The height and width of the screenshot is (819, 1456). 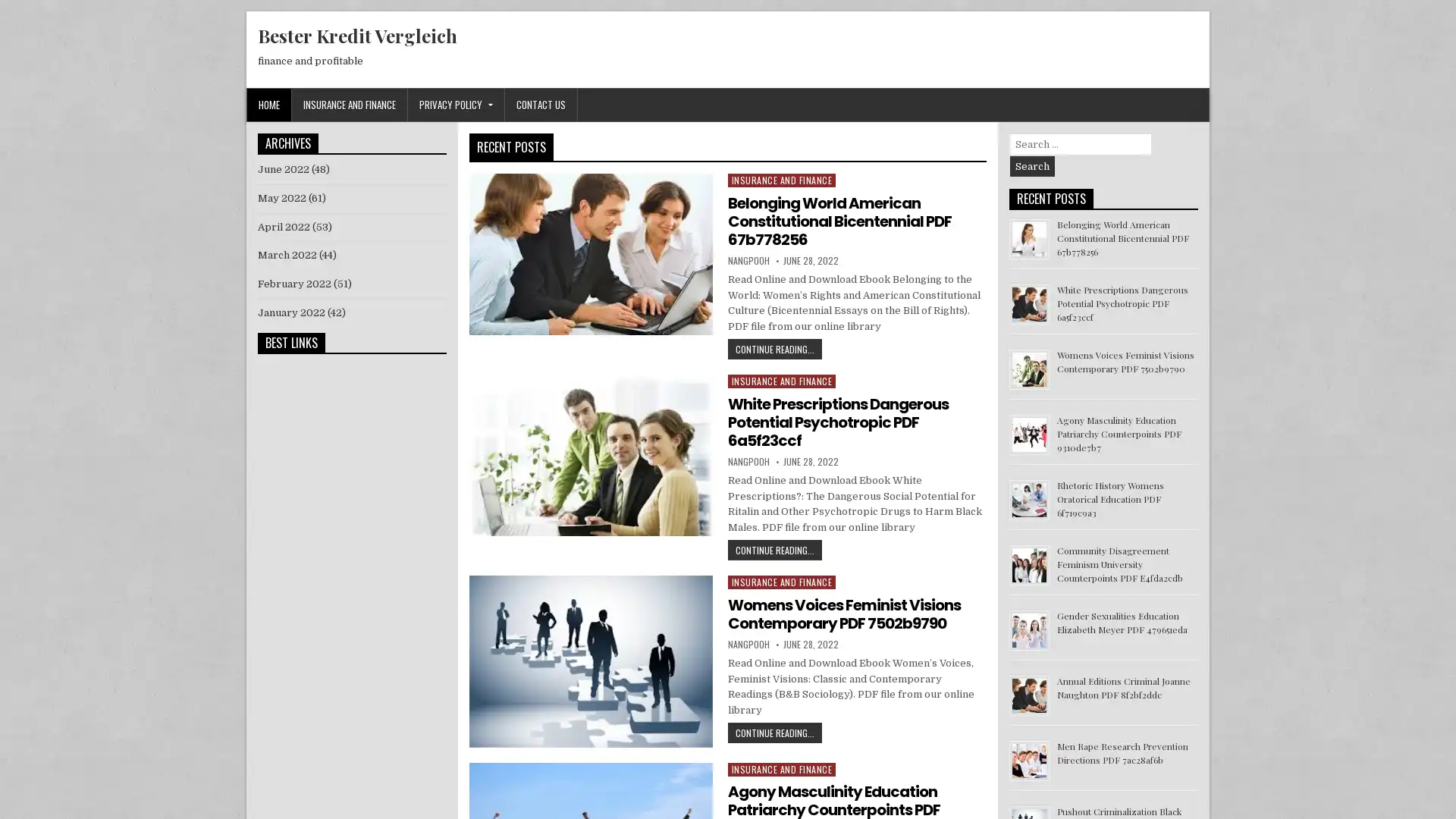 I want to click on Search, so click(x=1031, y=166).